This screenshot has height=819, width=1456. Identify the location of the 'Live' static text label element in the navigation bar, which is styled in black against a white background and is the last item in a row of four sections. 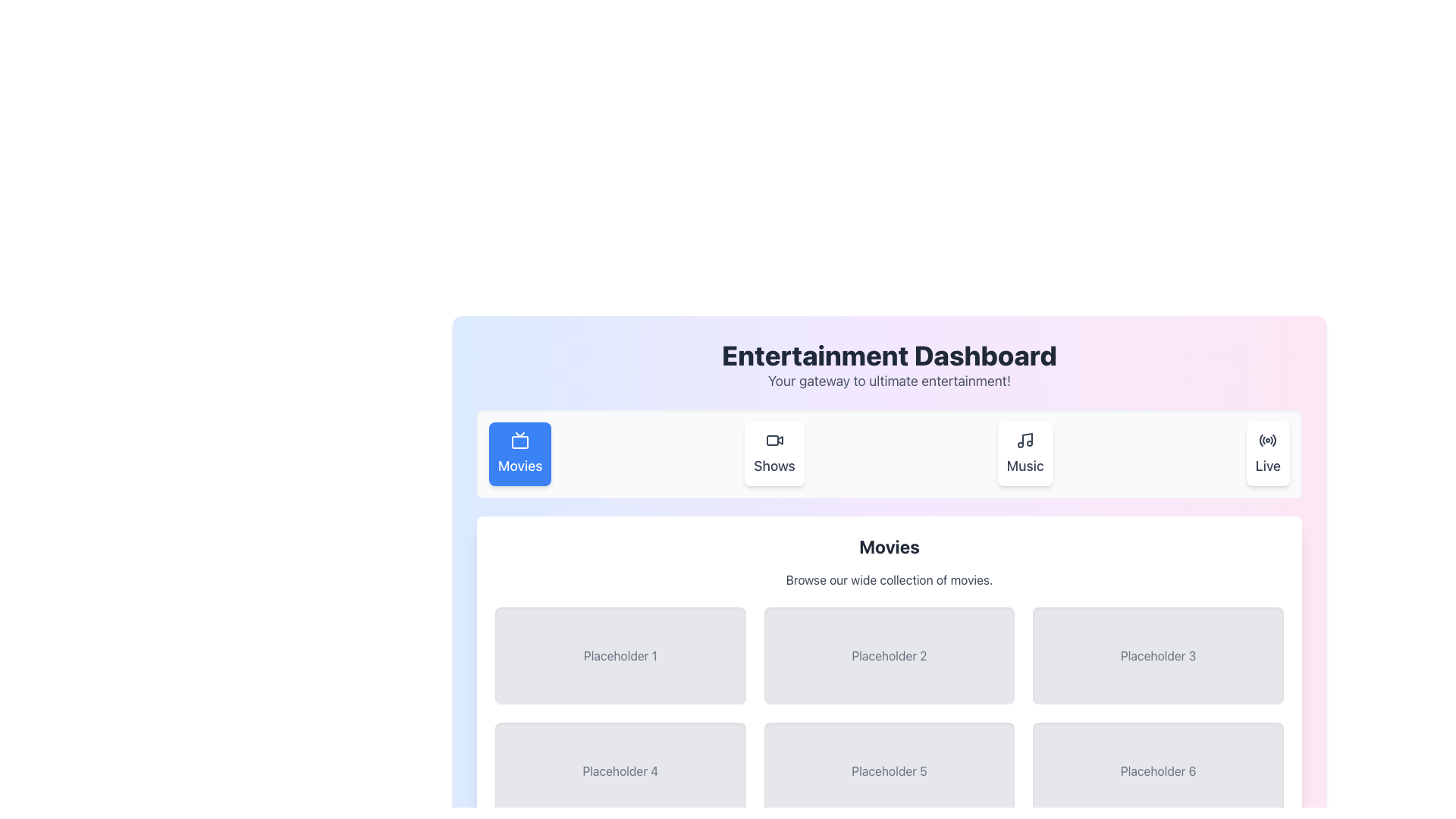
(1268, 465).